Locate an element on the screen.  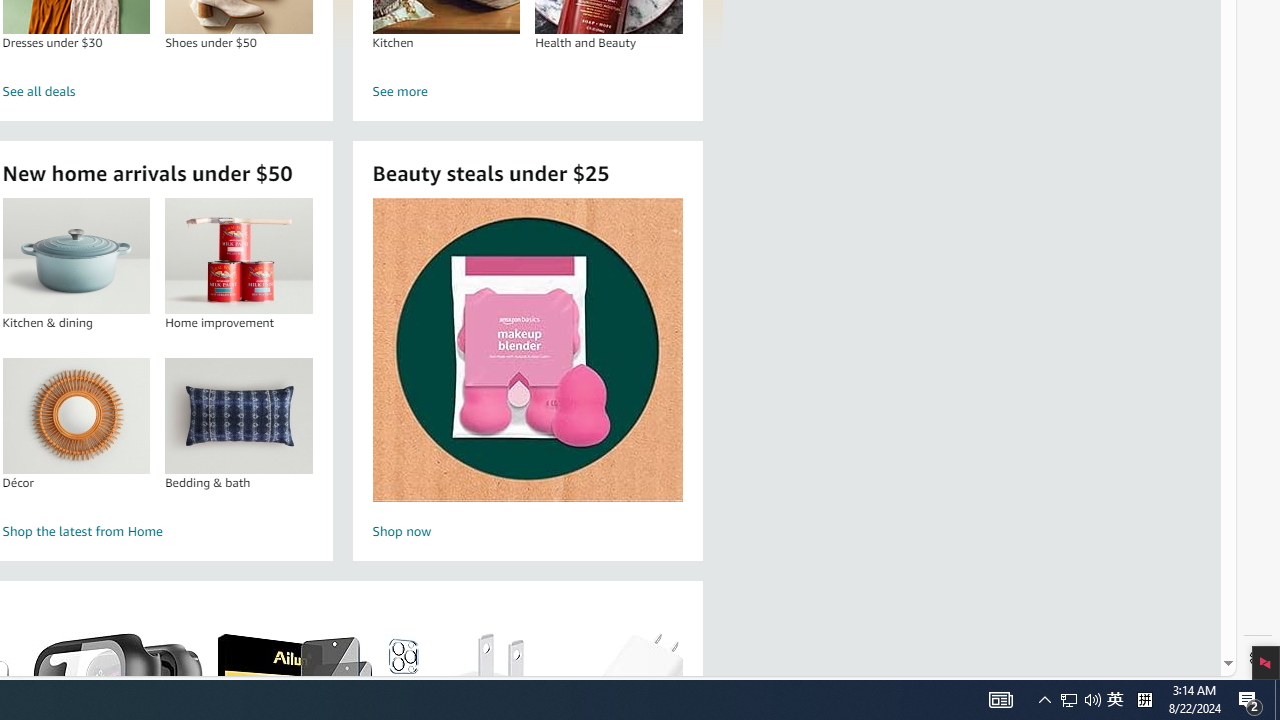
'Bedding & bath' is located at coordinates (239, 414).